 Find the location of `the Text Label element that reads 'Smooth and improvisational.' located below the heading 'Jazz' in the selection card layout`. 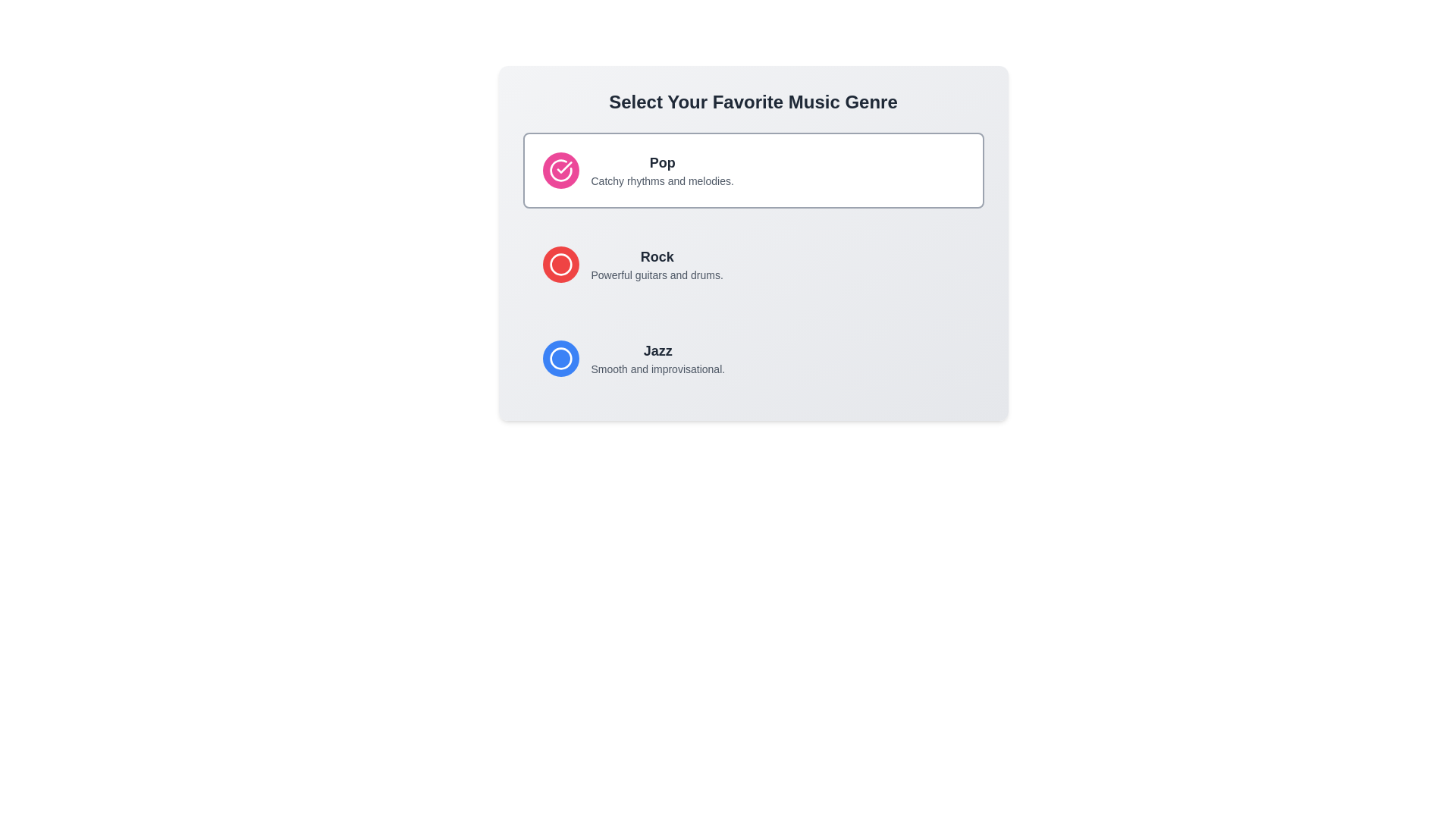

the Text Label element that reads 'Smooth and improvisational.' located below the heading 'Jazz' in the selection card layout is located at coordinates (657, 369).